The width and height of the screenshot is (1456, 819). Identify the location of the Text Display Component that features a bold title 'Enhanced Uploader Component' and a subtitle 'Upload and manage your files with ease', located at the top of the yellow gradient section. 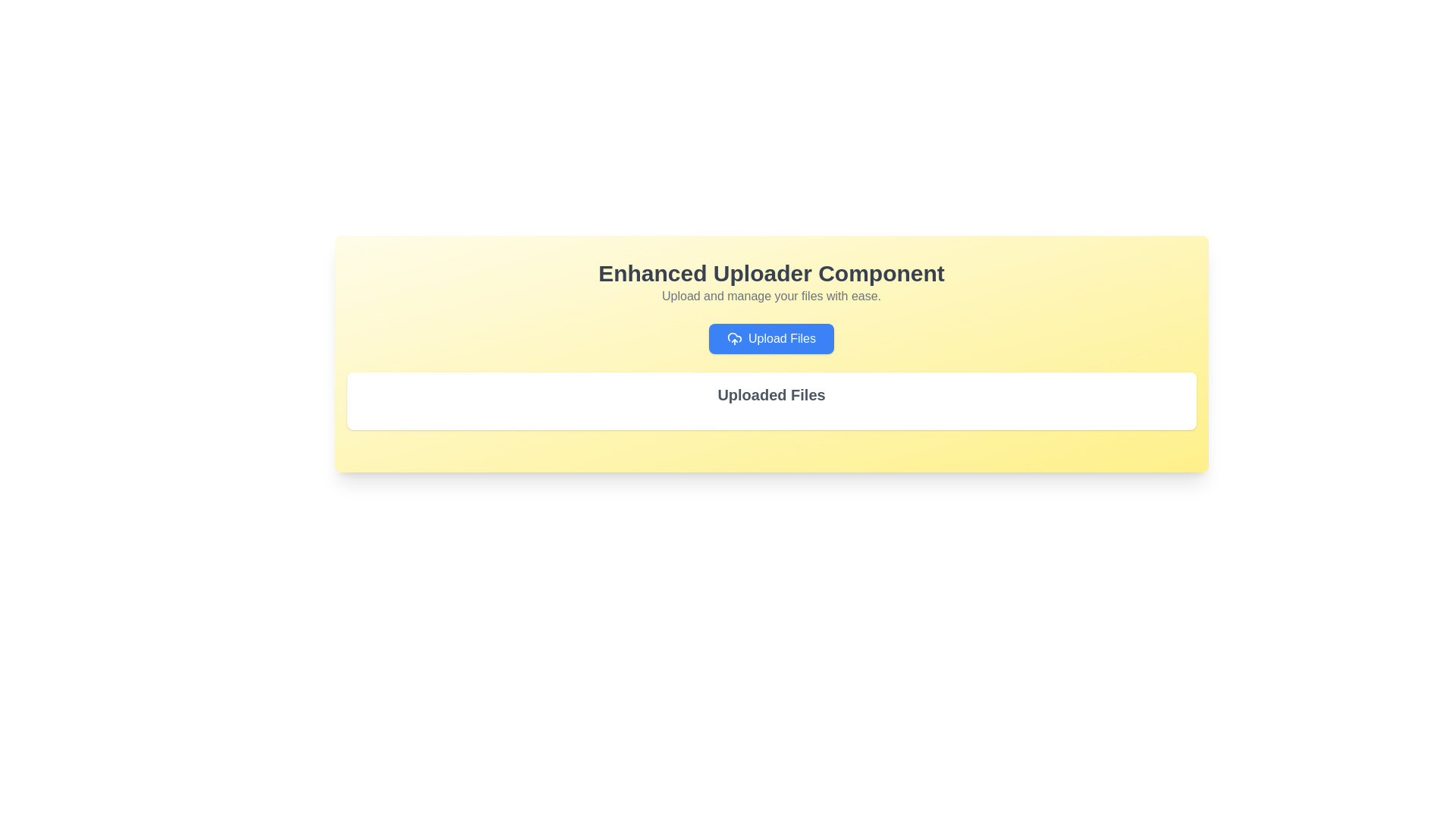
(771, 283).